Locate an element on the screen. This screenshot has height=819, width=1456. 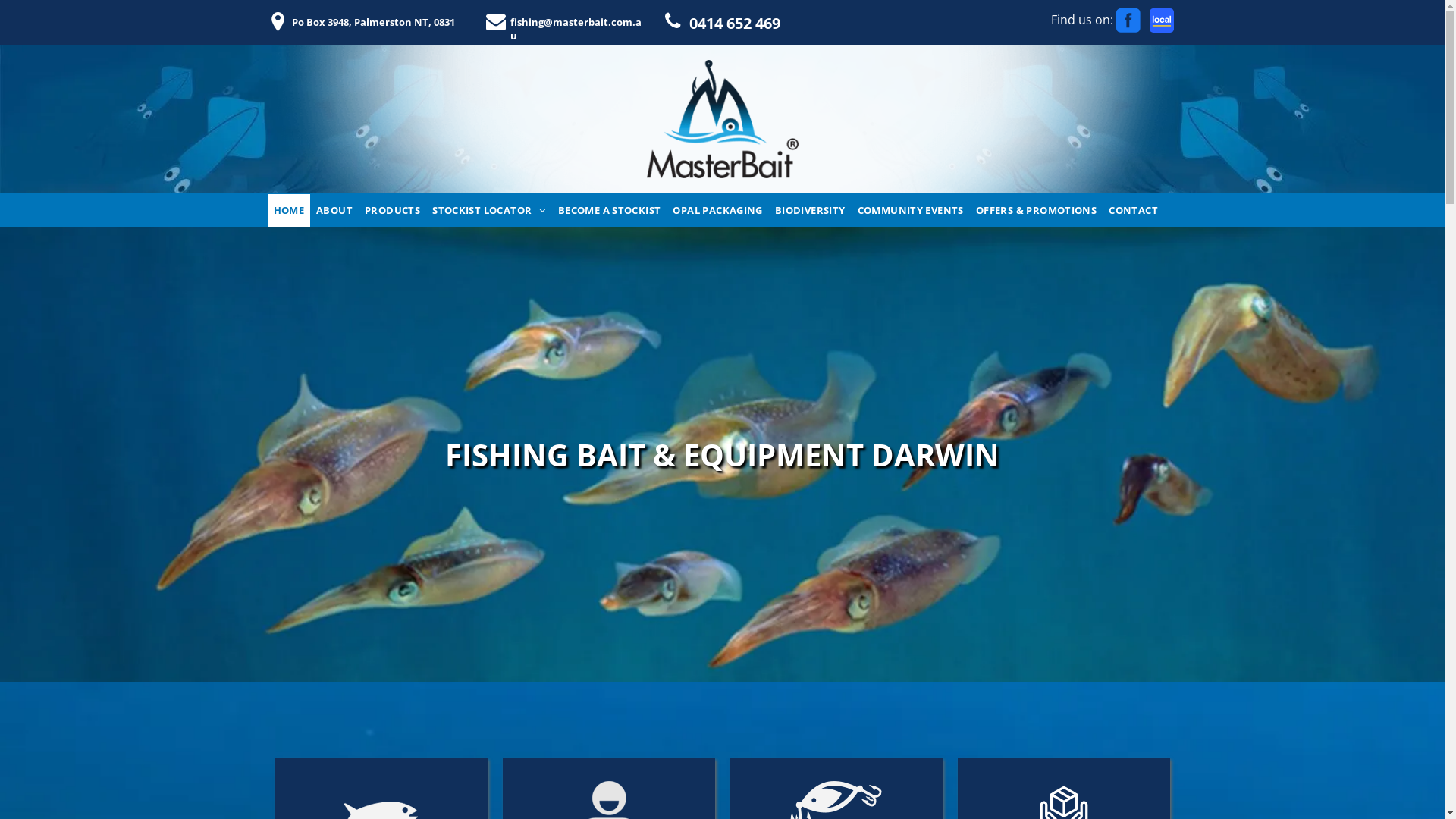
'CONTACT' is located at coordinates (1133, 210).